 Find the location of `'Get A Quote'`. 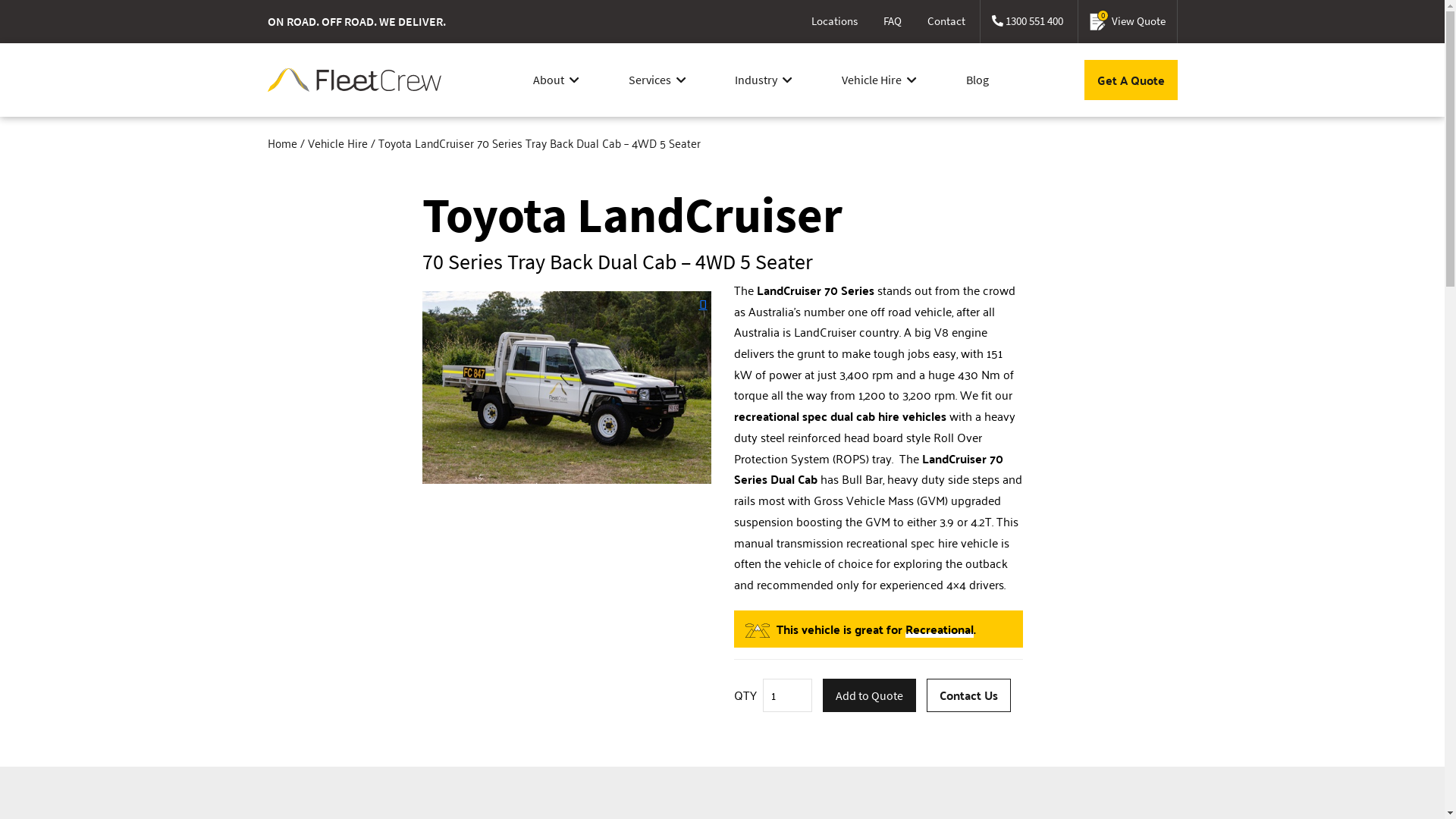

'Get A Quote' is located at coordinates (1131, 80).